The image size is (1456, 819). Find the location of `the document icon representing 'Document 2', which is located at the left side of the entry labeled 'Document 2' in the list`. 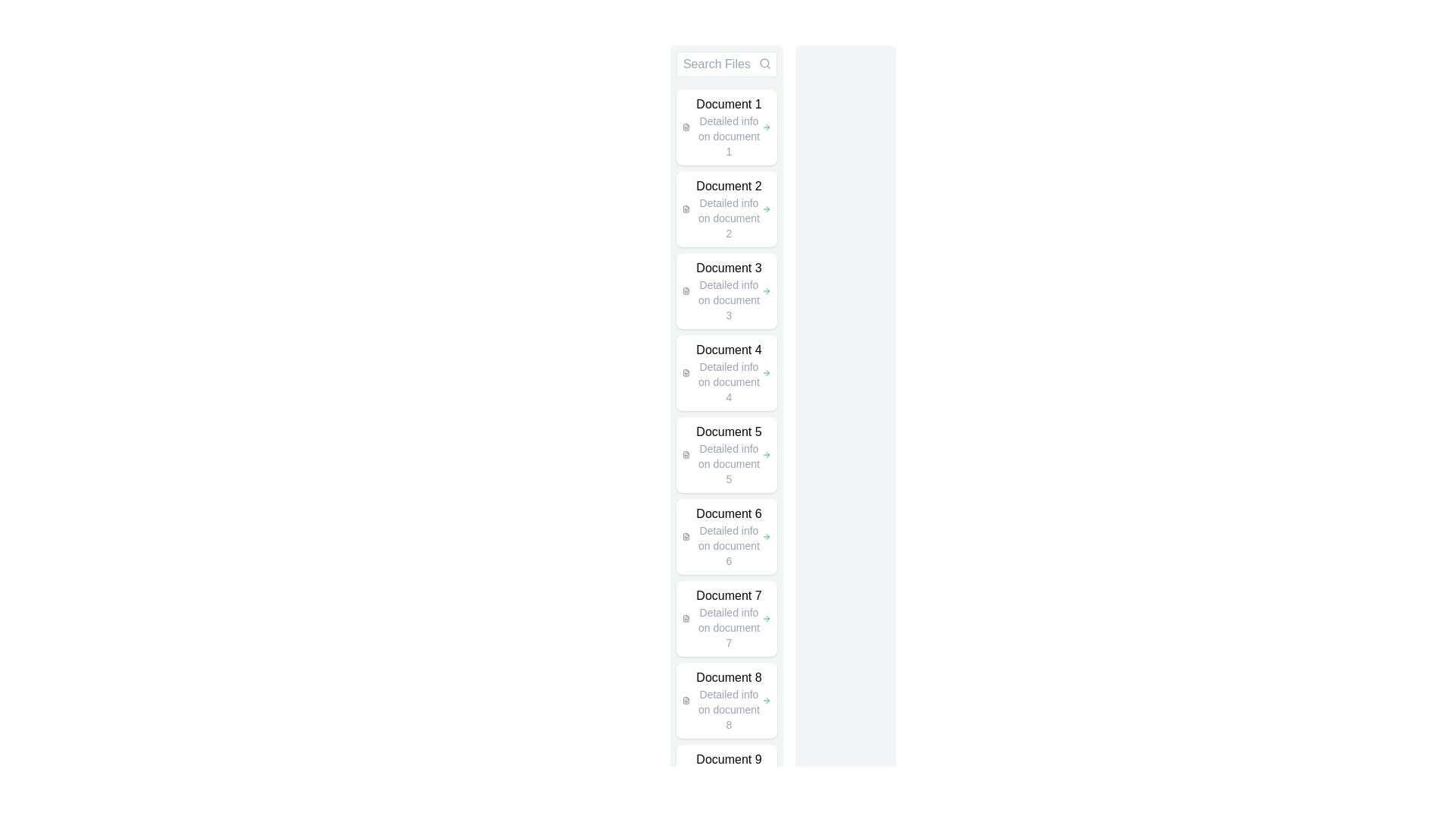

the document icon representing 'Document 2', which is located at the left side of the entry labeled 'Document 2' in the list is located at coordinates (685, 209).